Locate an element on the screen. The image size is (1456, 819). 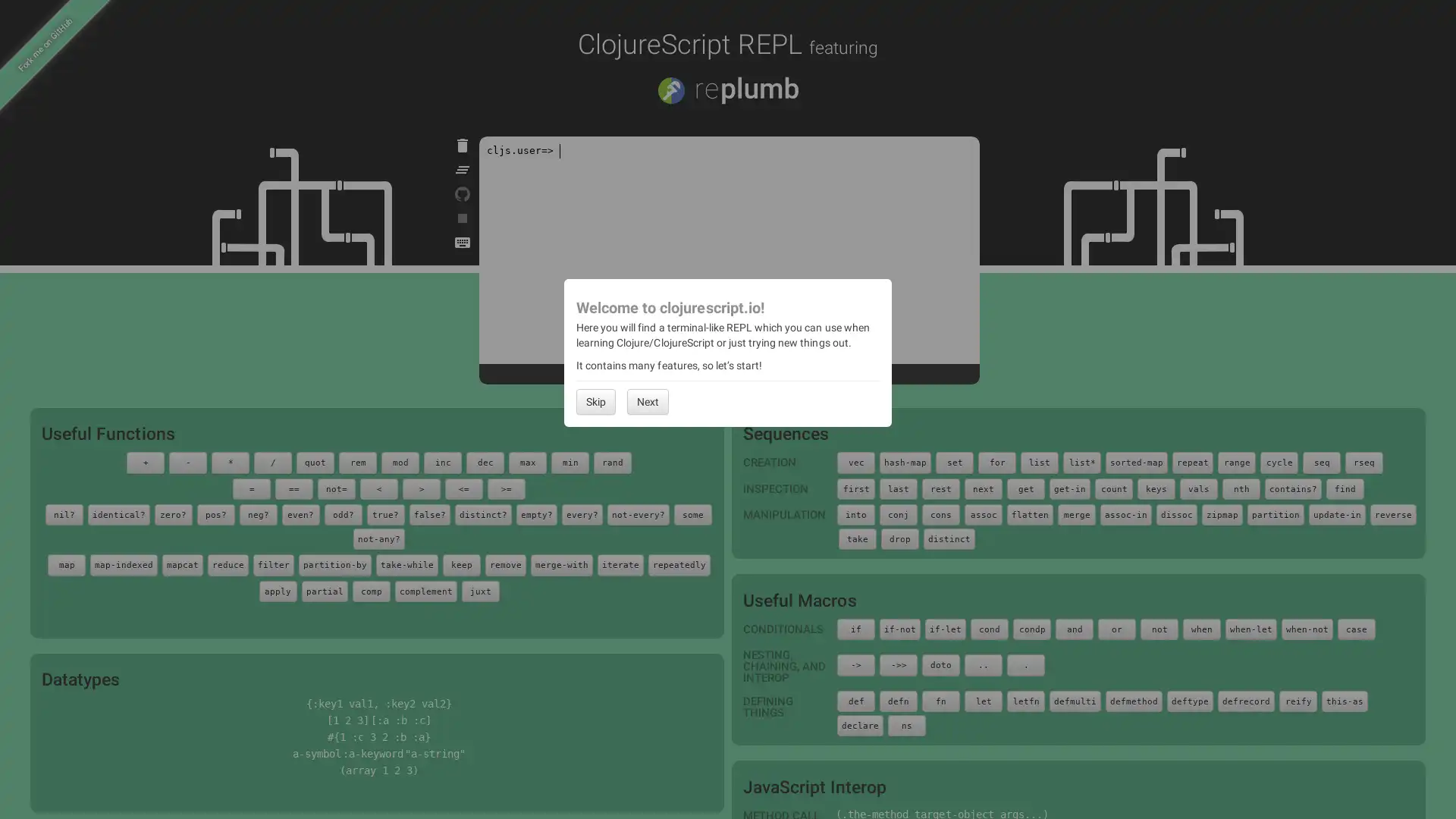
for is located at coordinates (997, 461).